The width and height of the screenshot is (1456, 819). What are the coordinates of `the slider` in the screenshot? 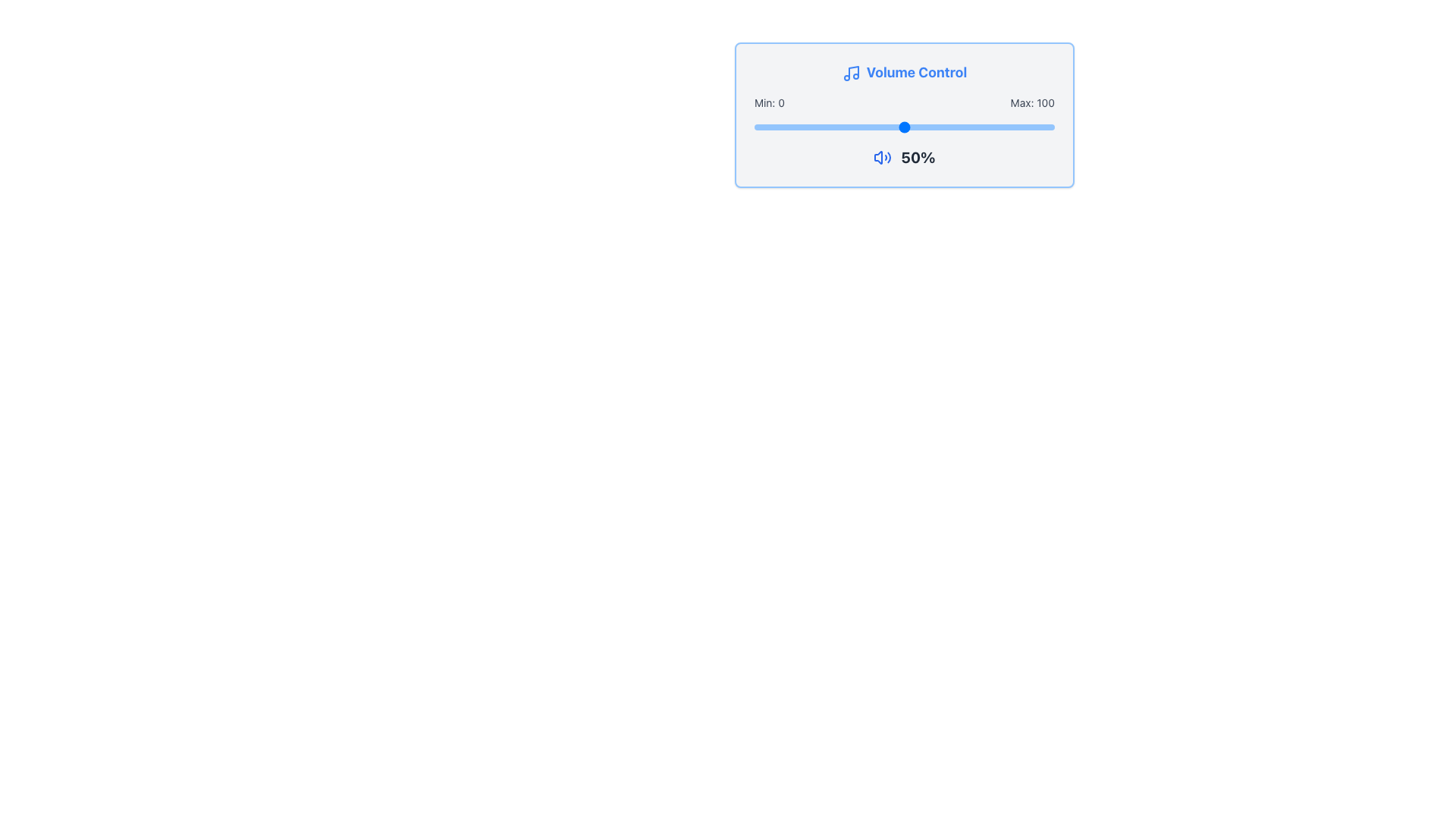 It's located at (850, 127).